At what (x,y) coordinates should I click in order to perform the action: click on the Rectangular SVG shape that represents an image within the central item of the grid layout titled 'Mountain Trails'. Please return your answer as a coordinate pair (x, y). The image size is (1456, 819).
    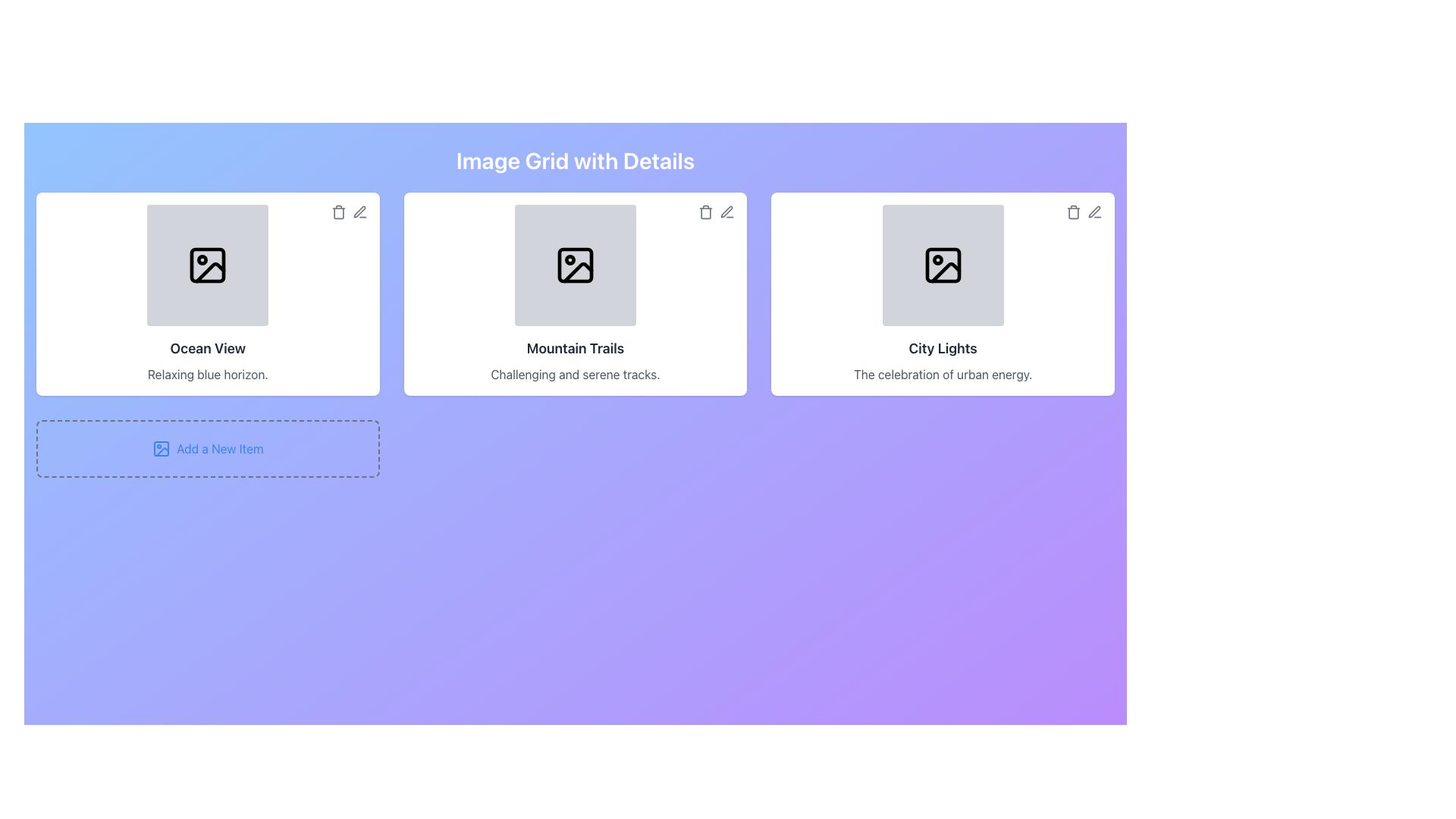
    Looking at the image, I should click on (574, 265).